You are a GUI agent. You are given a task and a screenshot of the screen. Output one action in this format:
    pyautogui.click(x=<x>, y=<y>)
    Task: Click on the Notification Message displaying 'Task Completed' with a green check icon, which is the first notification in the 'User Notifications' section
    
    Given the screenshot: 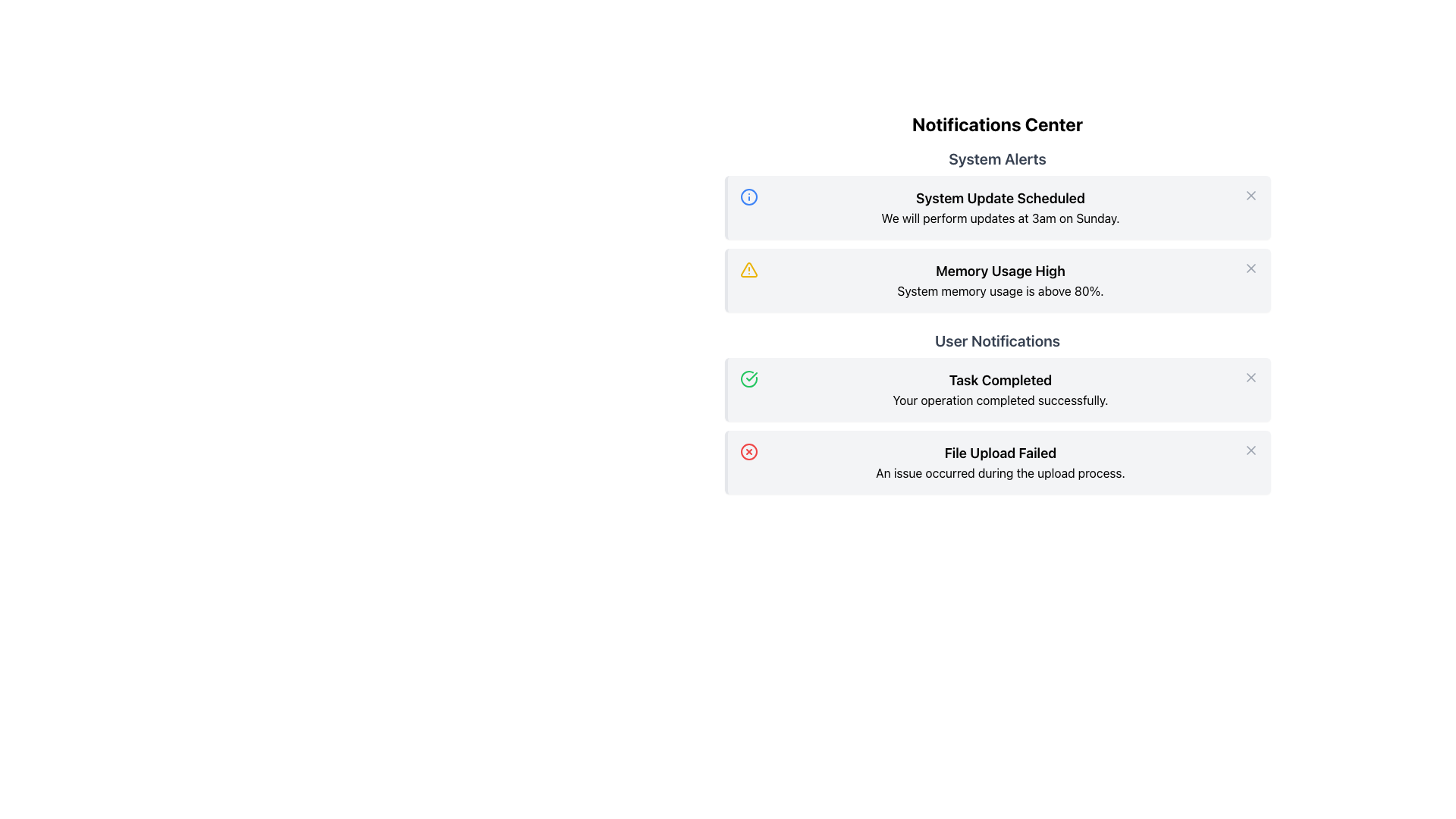 What is the action you would take?
    pyautogui.click(x=997, y=388)
    